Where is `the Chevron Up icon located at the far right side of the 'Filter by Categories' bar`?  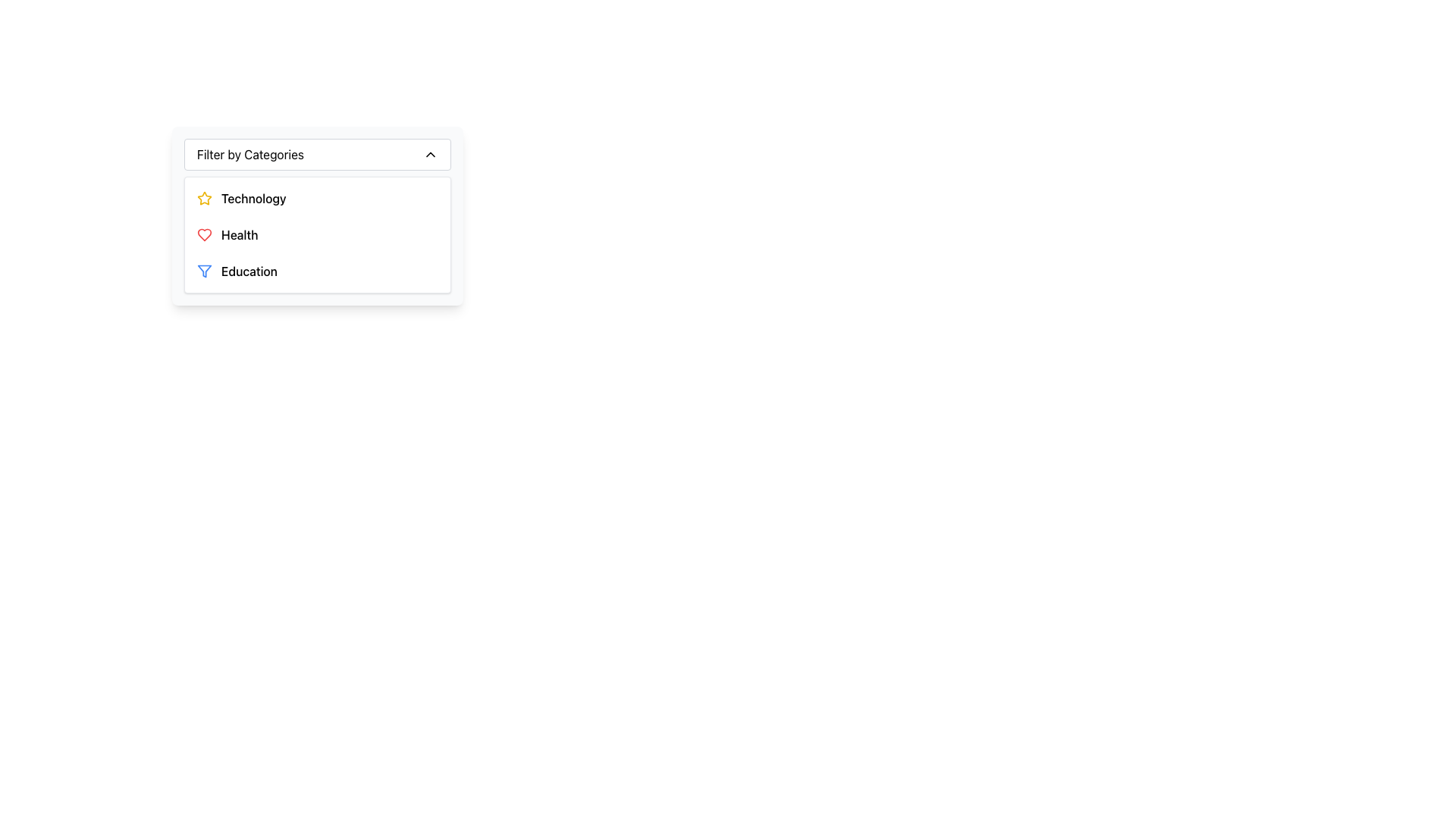 the Chevron Up icon located at the far right side of the 'Filter by Categories' bar is located at coordinates (429, 155).